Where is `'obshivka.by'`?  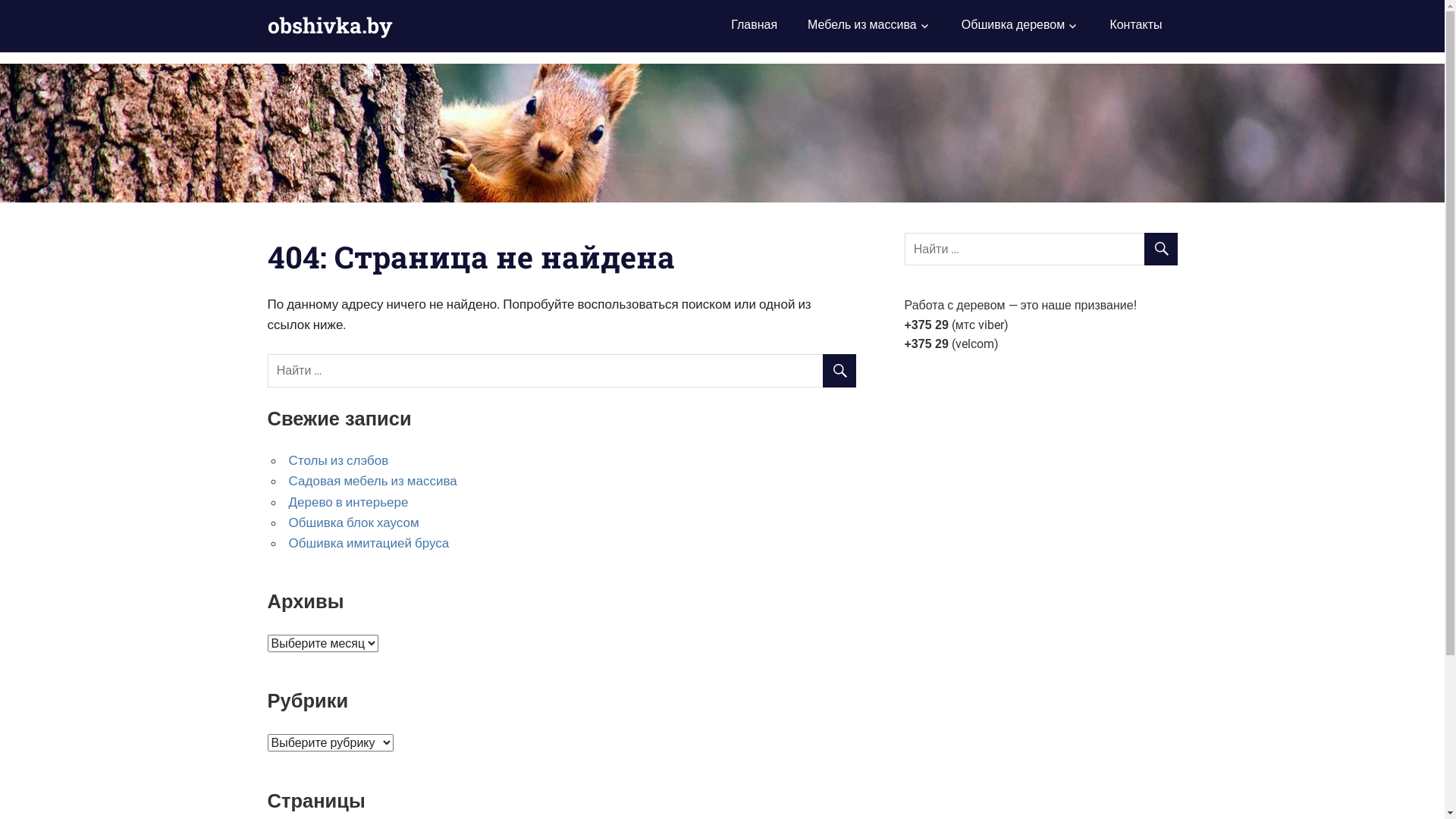
'obshivka.by' is located at coordinates (266, 25).